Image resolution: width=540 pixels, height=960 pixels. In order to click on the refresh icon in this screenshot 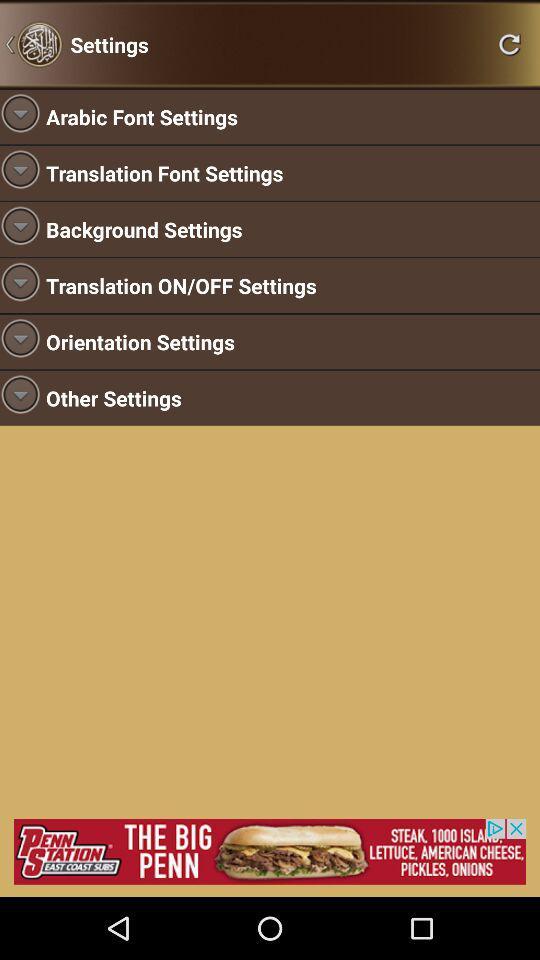, I will do `click(509, 46)`.